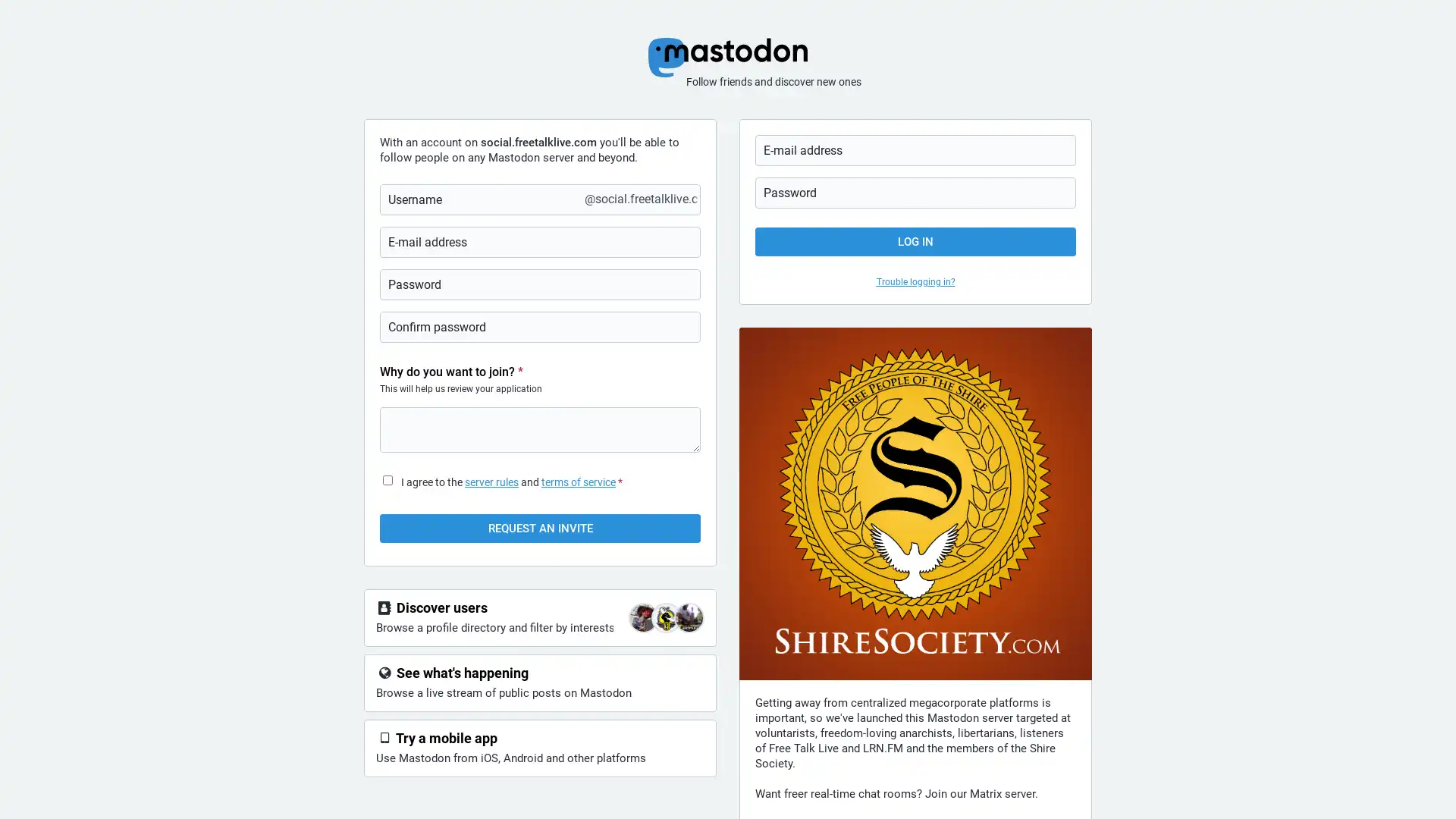  Describe the element at coordinates (540, 528) in the screenshot. I see `REQUEST AN INVITE` at that location.